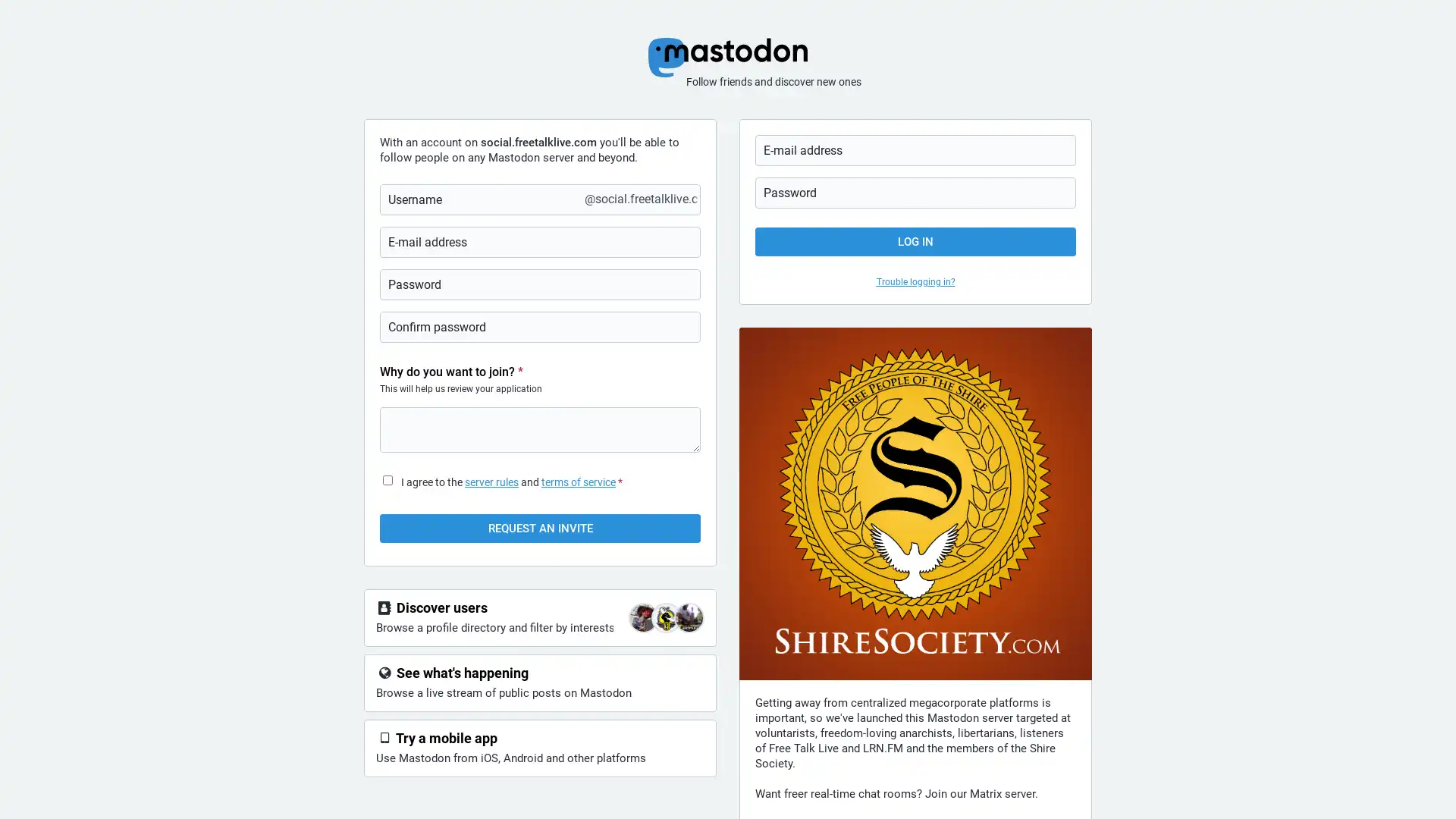  Describe the element at coordinates (540, 528) in the screenshot. I see `REQUEST AN INVITE` at that location.